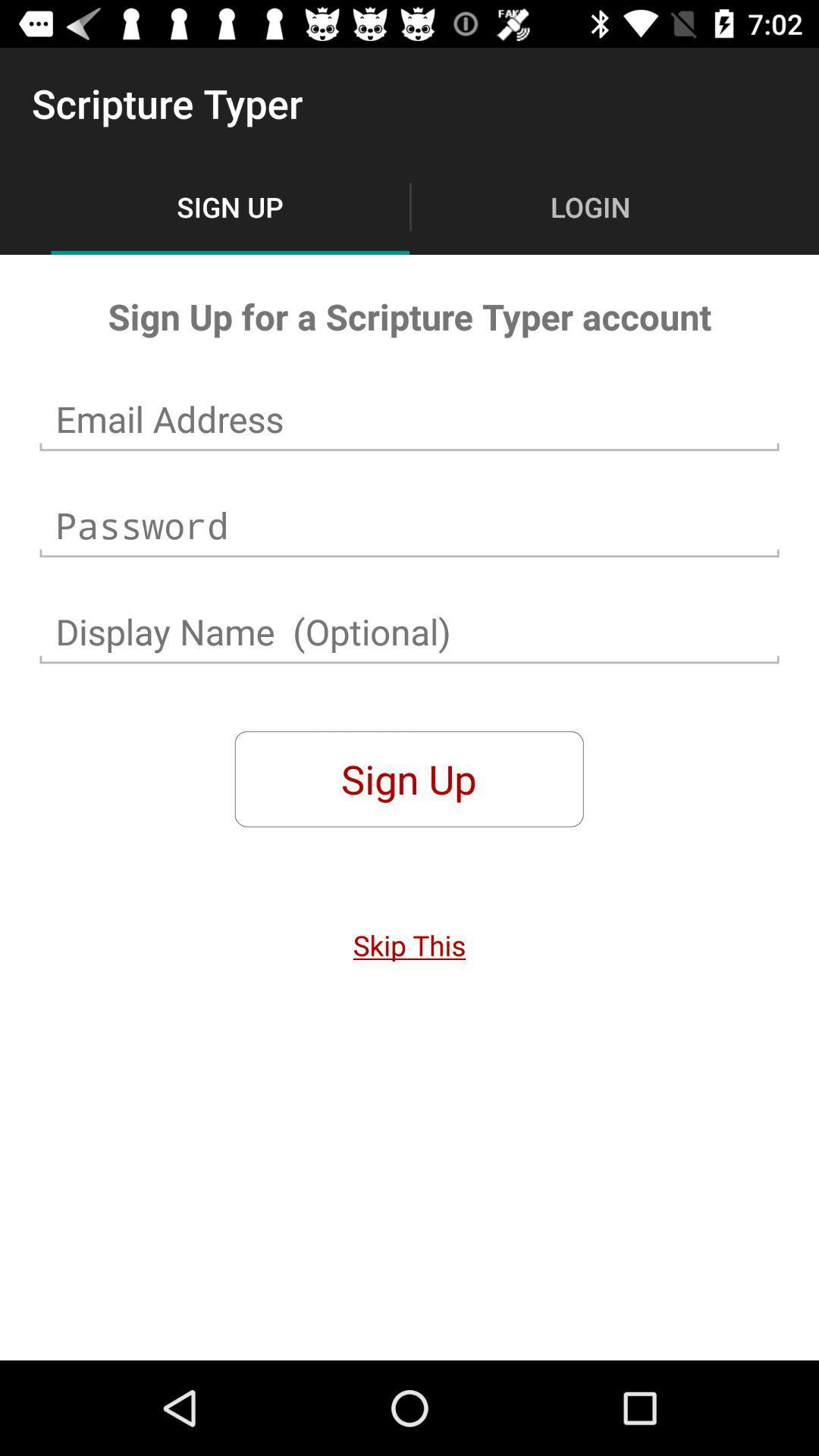 This screenshot has width=819, height=1456. I want to click on password, so click(409, 526).